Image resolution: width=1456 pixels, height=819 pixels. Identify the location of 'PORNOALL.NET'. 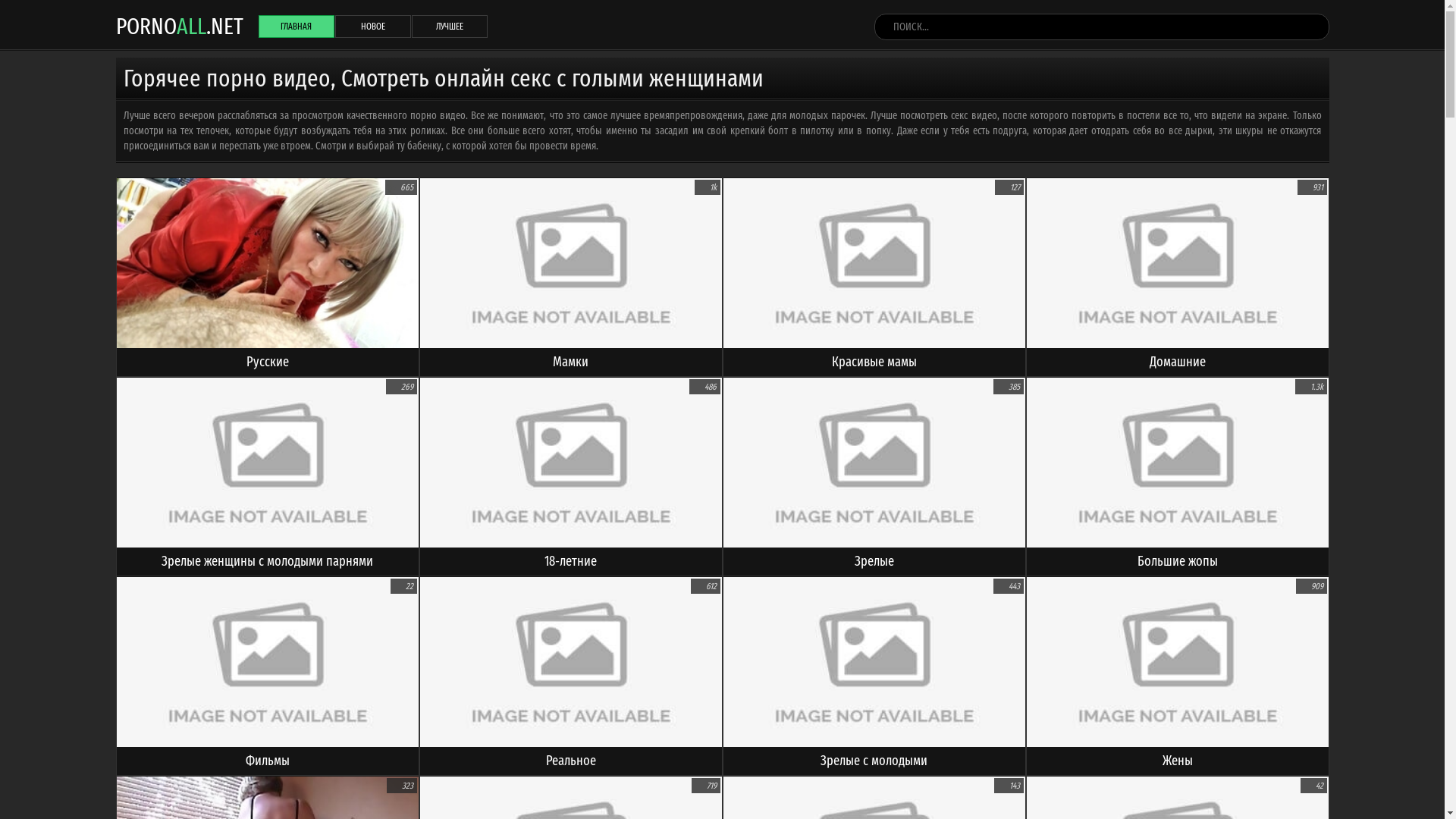
(178, 26).